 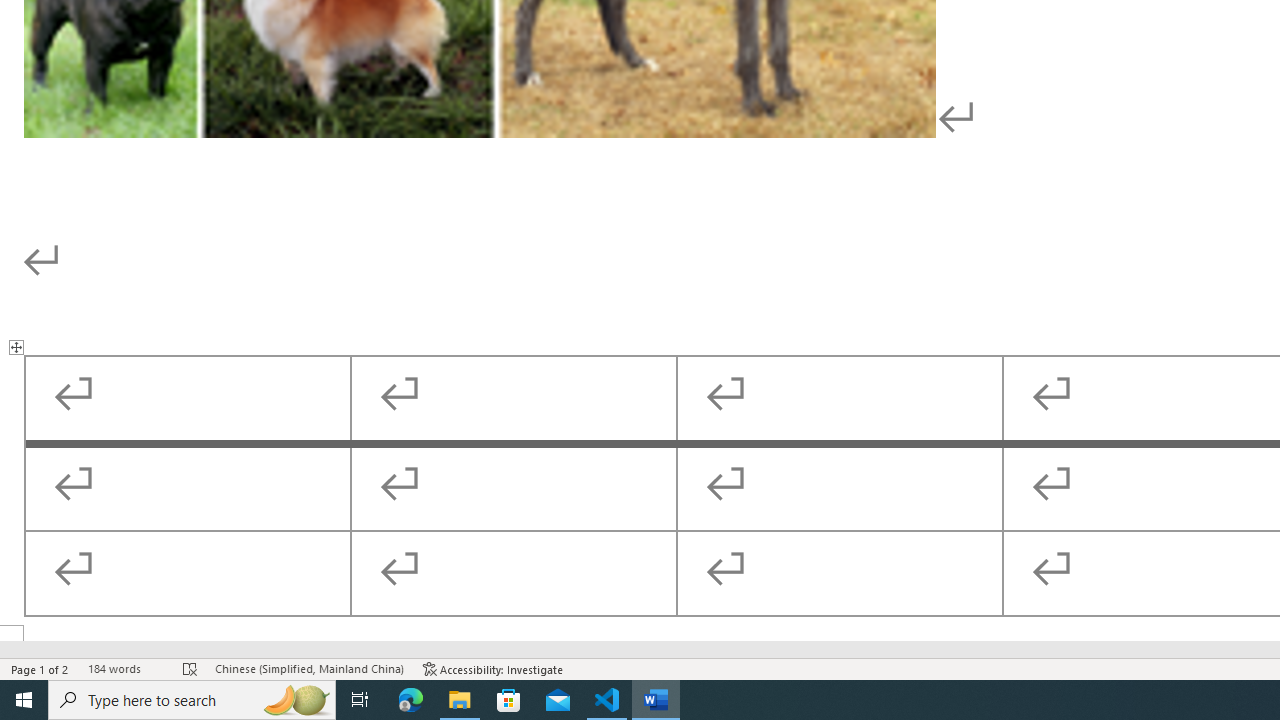 I want to click on 'Word Count 184 words', so click(x=124, y=669).